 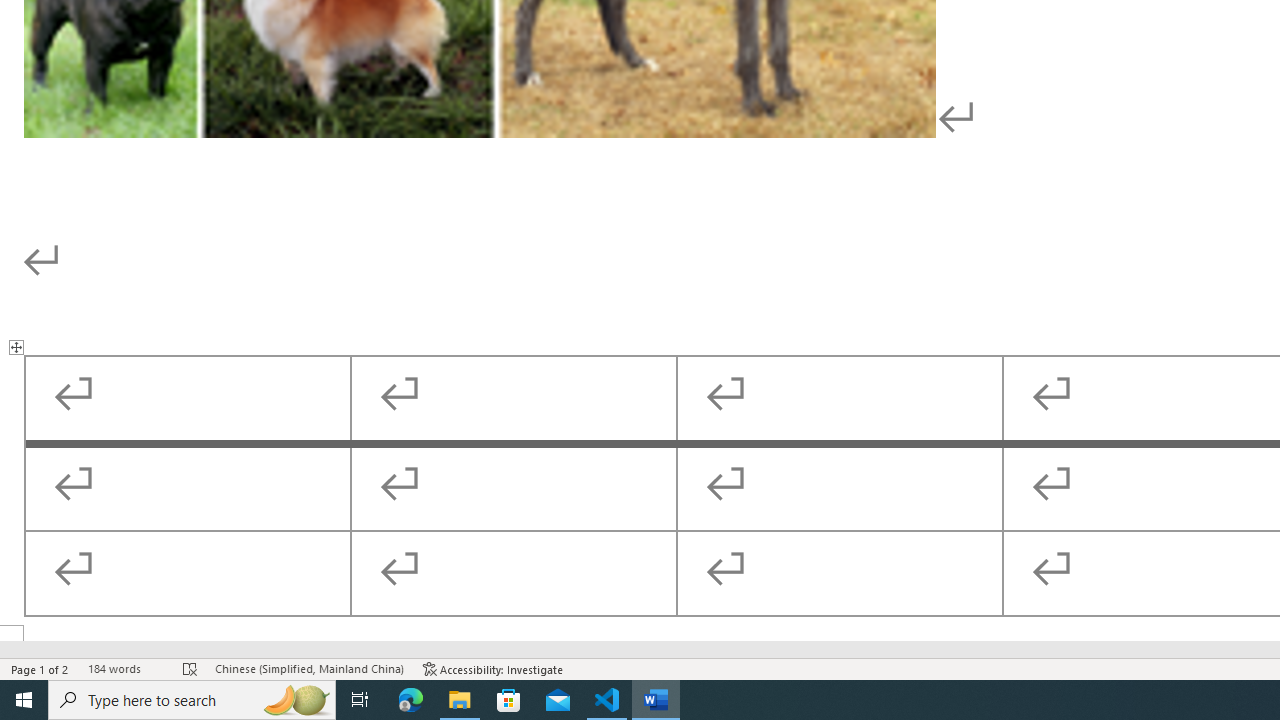 I want to click on 'Word Count 184 words', so click(x=124, y=669).